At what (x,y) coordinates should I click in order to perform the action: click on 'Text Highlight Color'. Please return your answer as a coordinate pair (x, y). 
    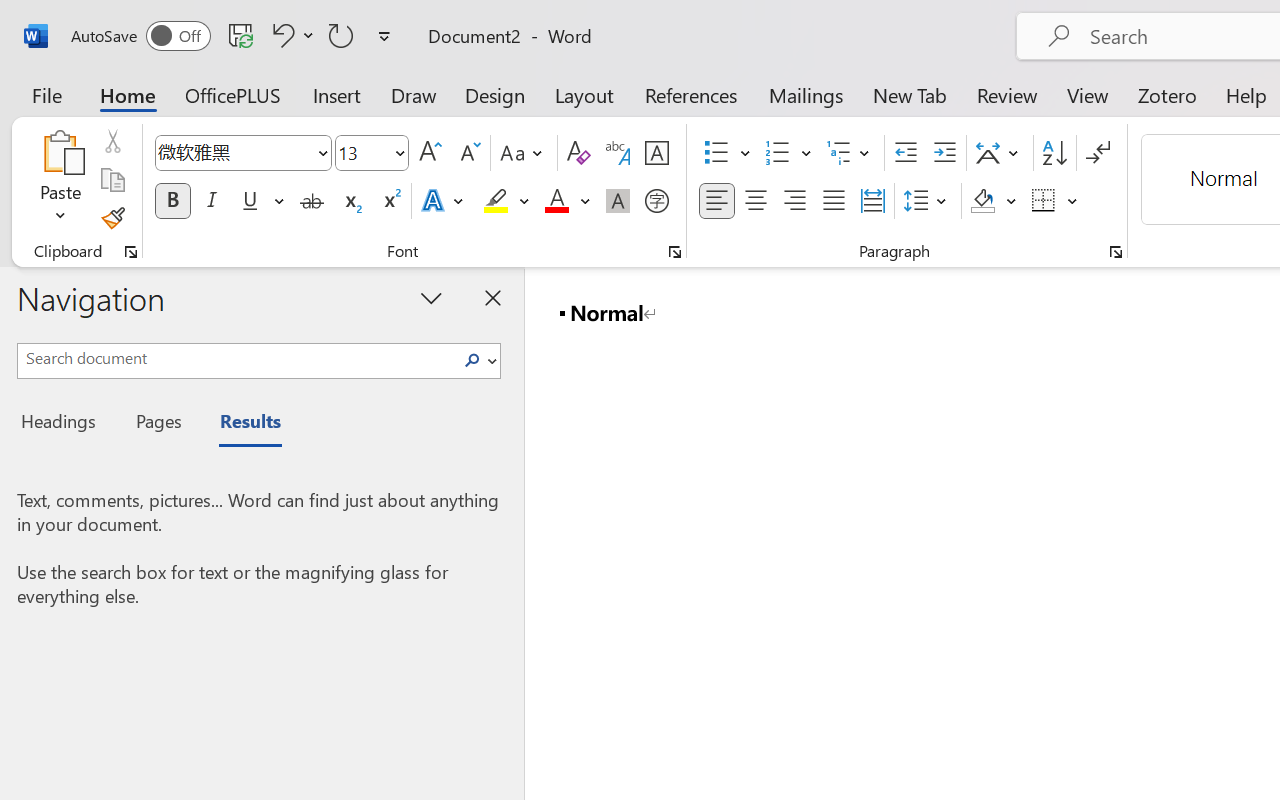
    Looking at the image, I should click on (506, 201).